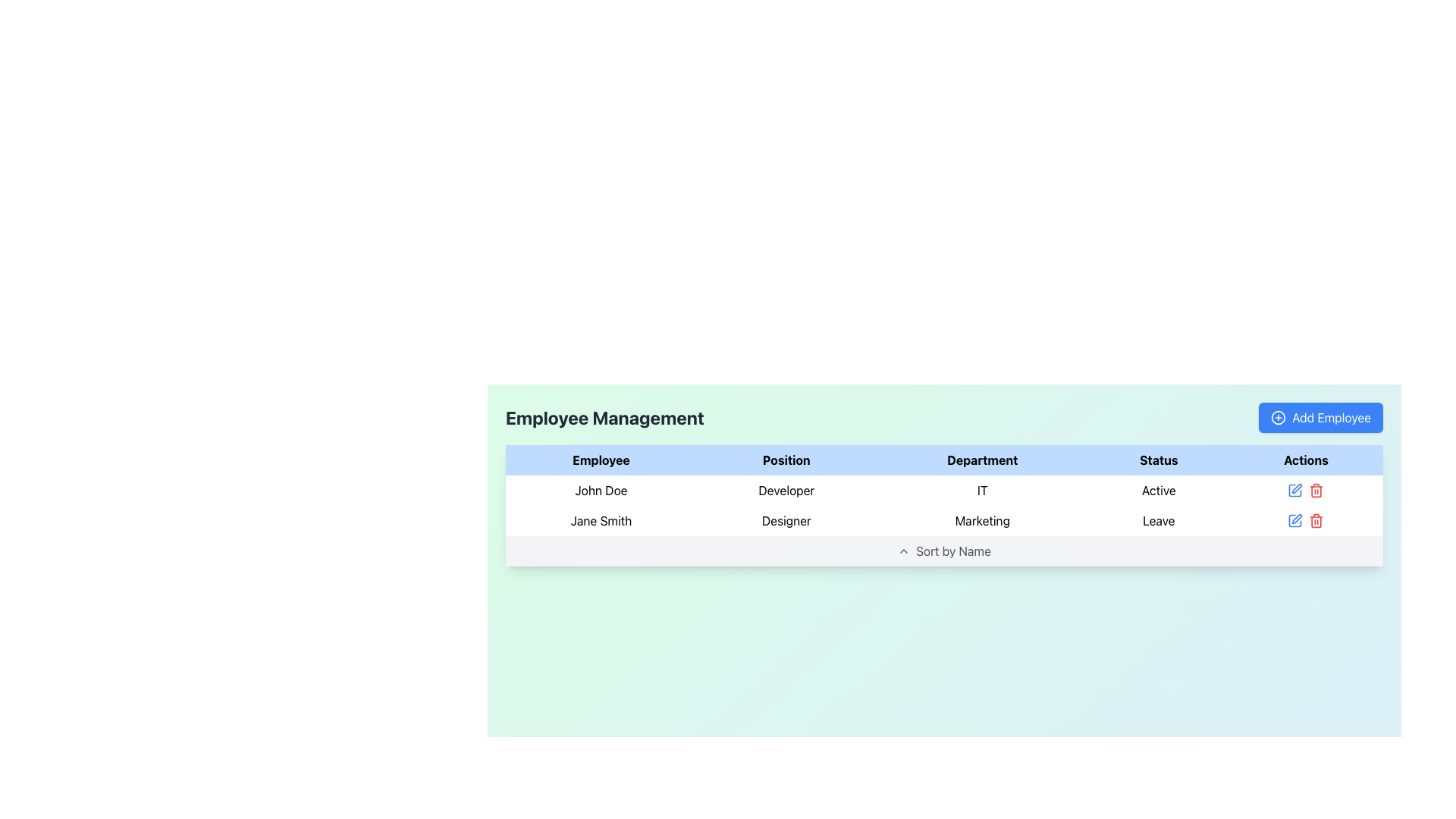  Describe the element at coordinates (1320, 418) in the screenshot. I see `the rectangular 'Add Employee' button located at the top-right corner of the 'Employee Management' section` at that location.